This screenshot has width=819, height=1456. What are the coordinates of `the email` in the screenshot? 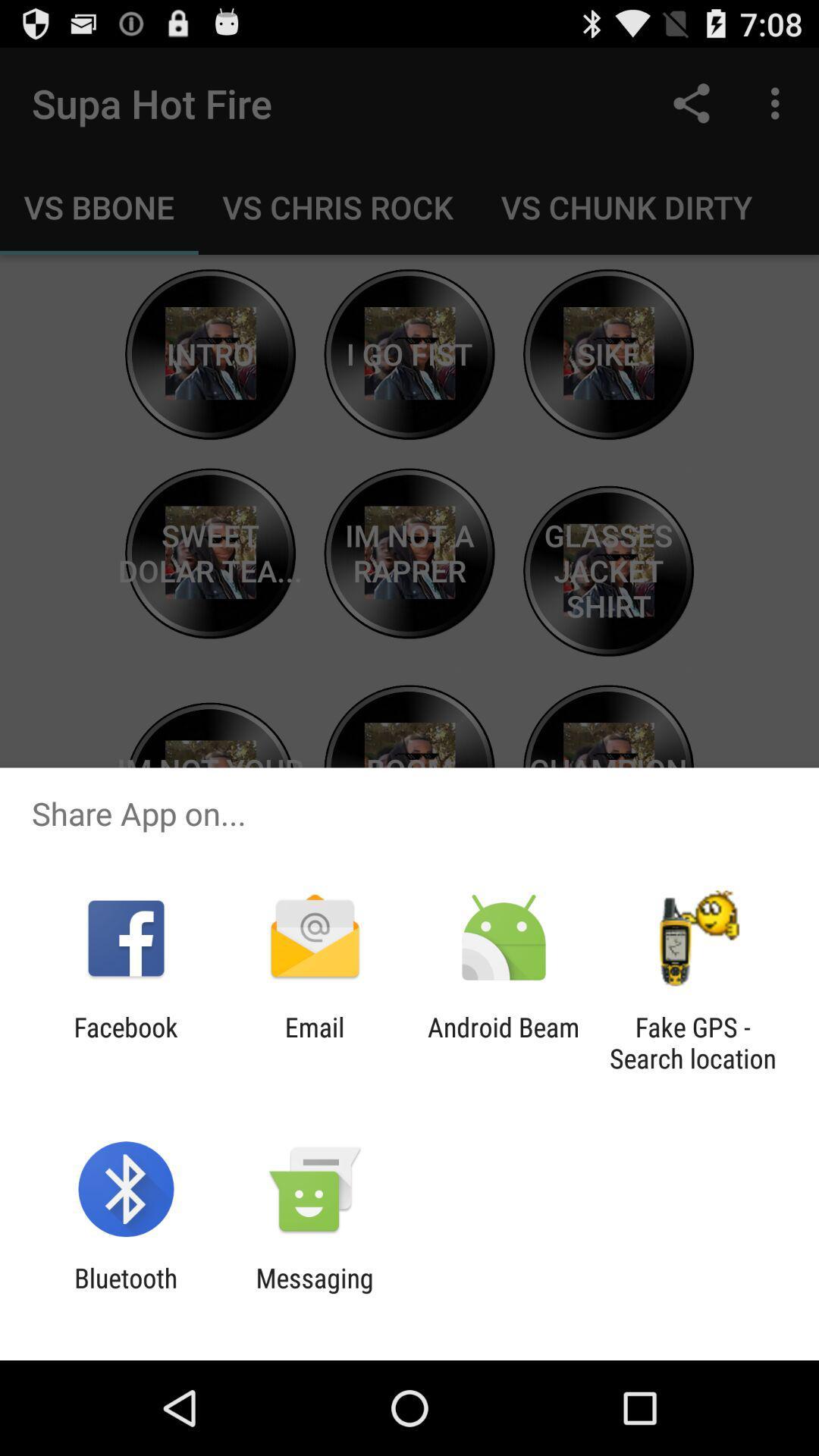 It's located at (314, 1042).